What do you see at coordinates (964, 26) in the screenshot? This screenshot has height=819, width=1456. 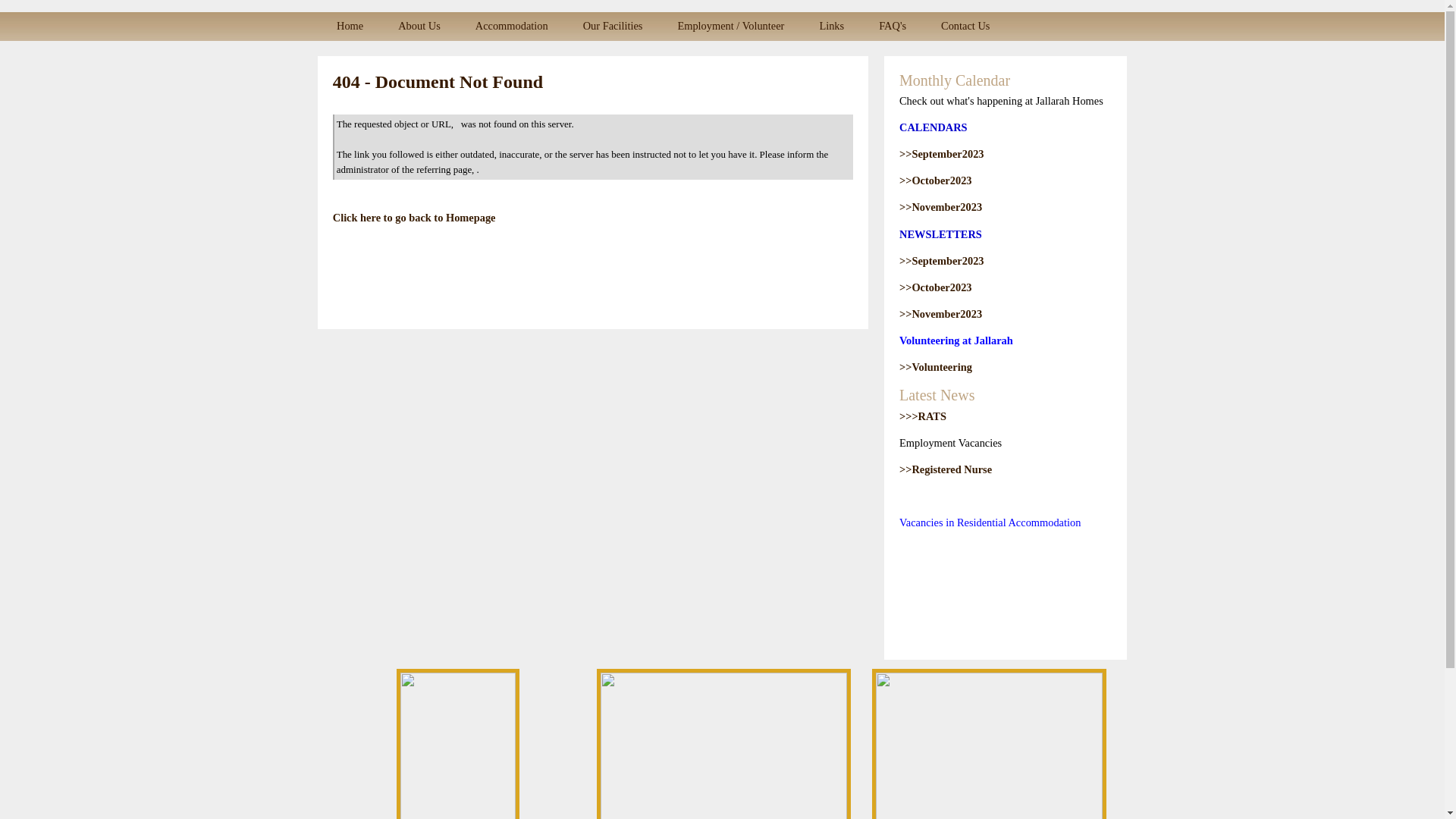 I see `'Contact Us'` at bounding box center [964, 26].